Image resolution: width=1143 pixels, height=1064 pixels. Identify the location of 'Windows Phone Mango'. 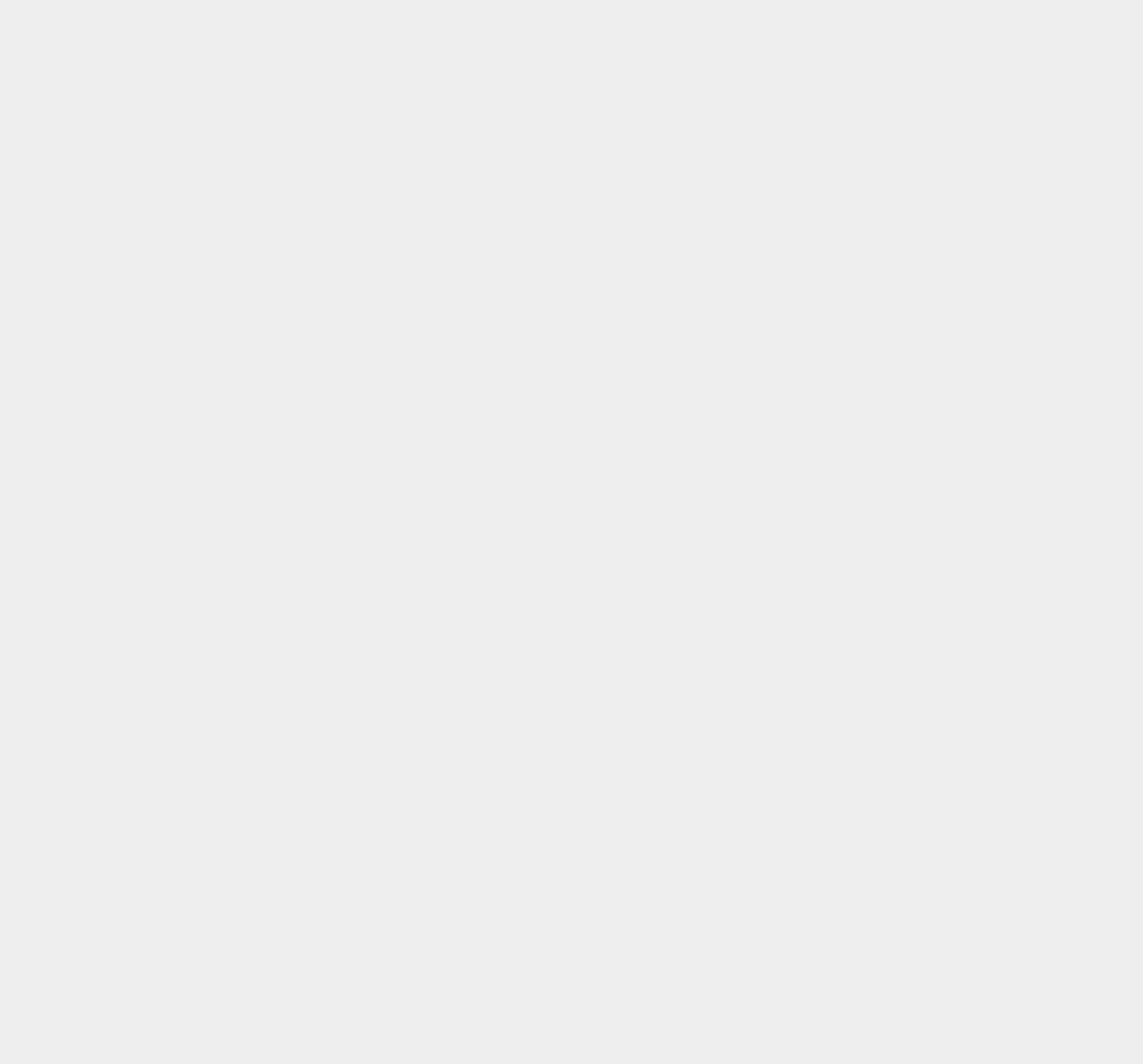
(881, 9).